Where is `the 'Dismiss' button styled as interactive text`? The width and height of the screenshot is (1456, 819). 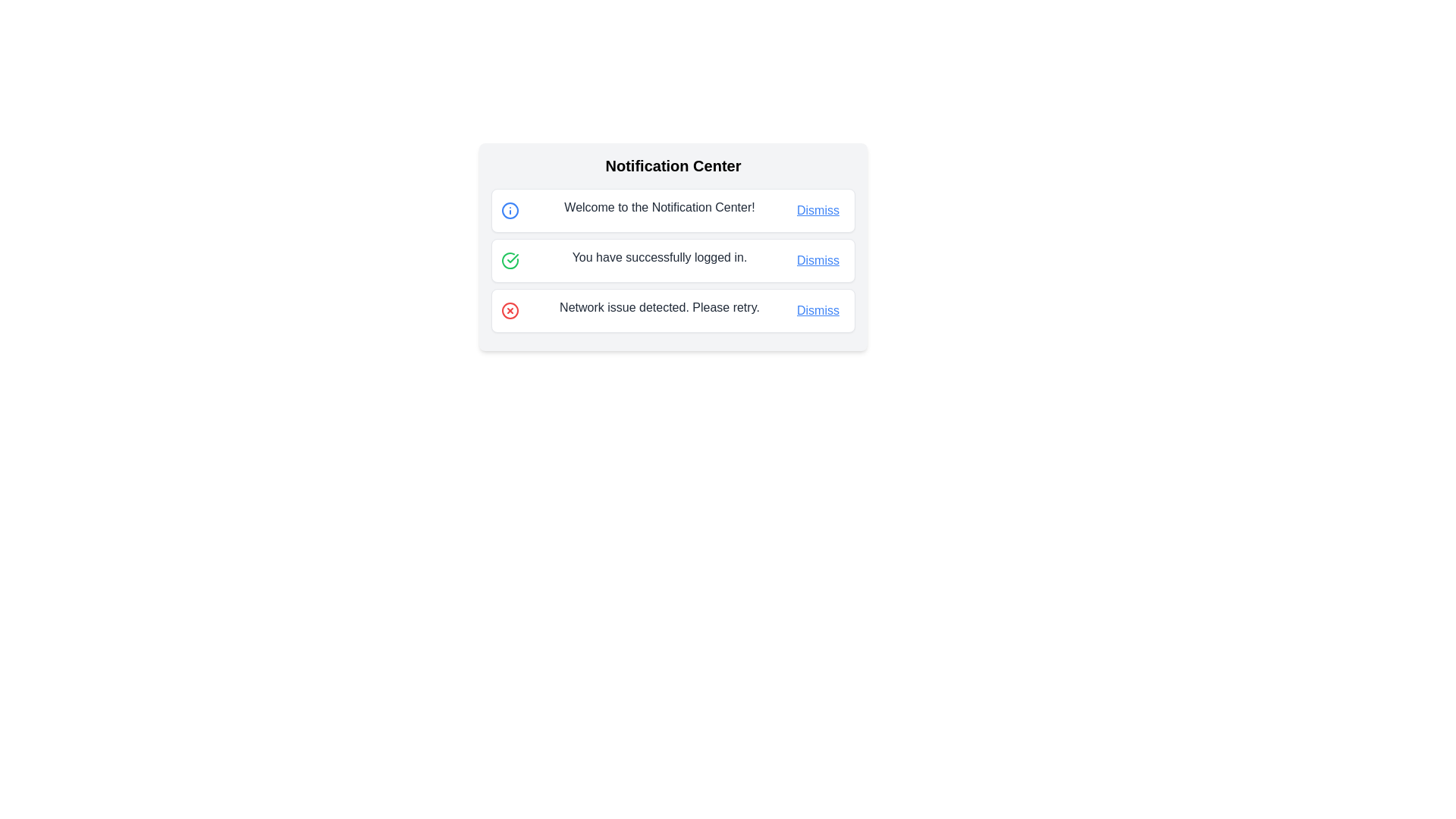
the 'Dismiss' button styled as interactive text is located at coordinates (817, 259).